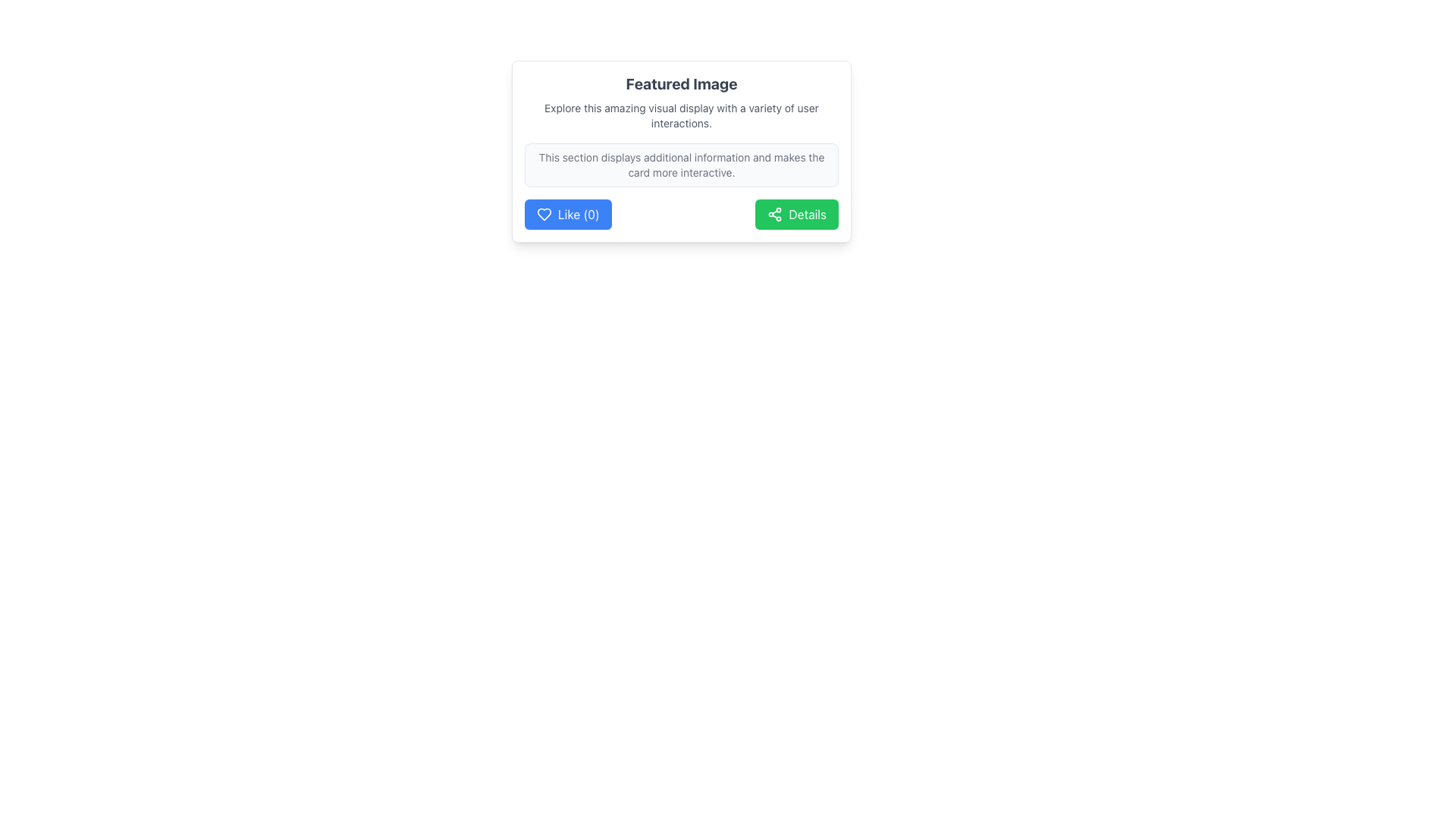  I want to click on the introductory text block located below the 'Featured Image' heading for accessibility purposes, so click(680, 115).